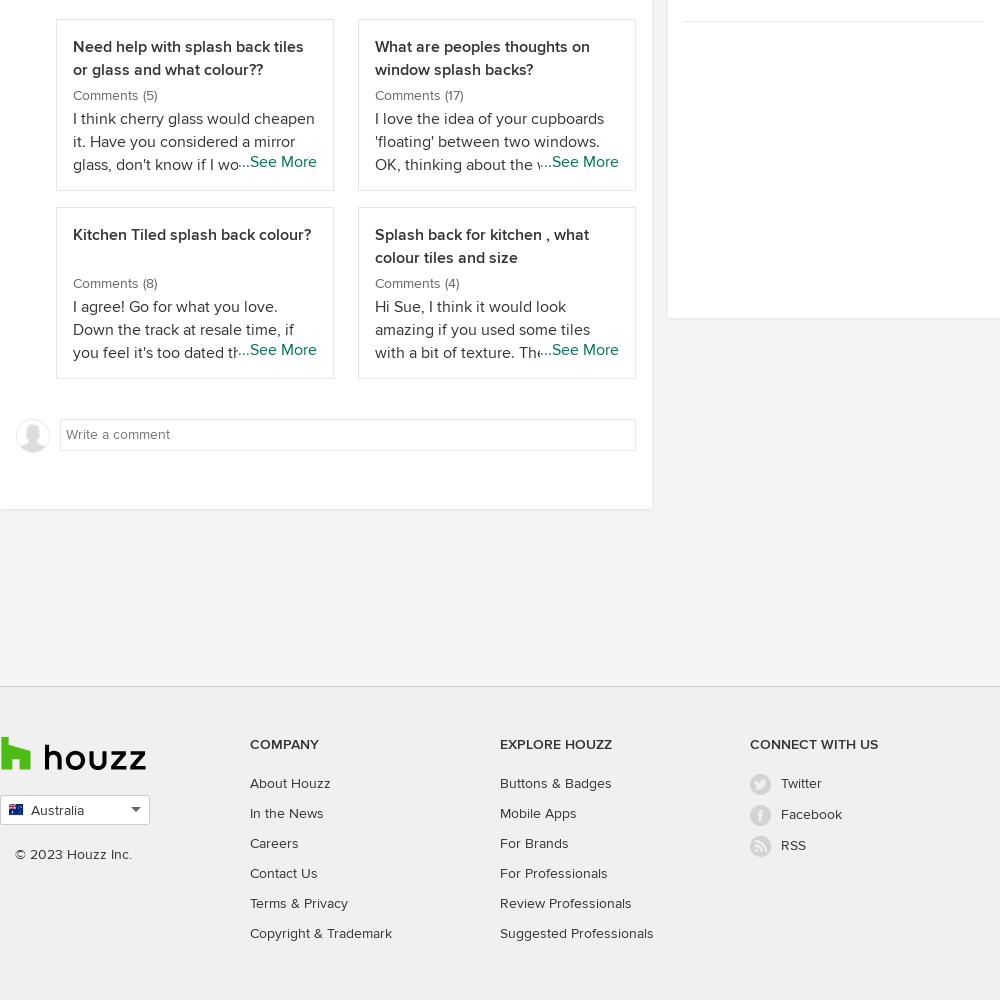 This screenshot has height=1000, width=1000. I want to click on 'Mobile Apps', so click(538, 812).